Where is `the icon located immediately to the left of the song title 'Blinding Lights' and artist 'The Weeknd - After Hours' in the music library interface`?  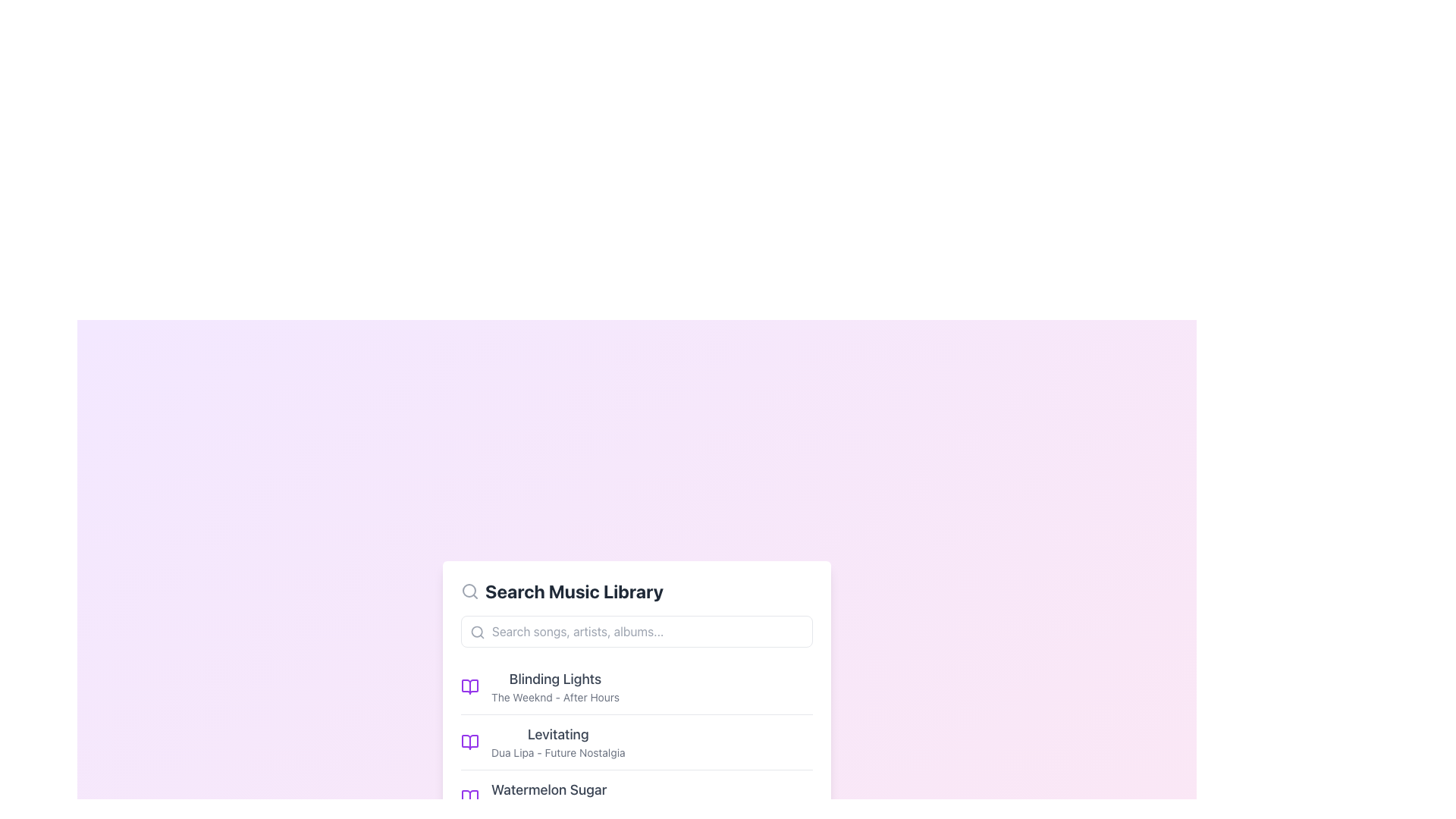
the icon located immediately to the left of the song title 'Blinding Lights' and artist 'The Weeknd - After Hours' in the music library interface is located at coordinates (469, 686).